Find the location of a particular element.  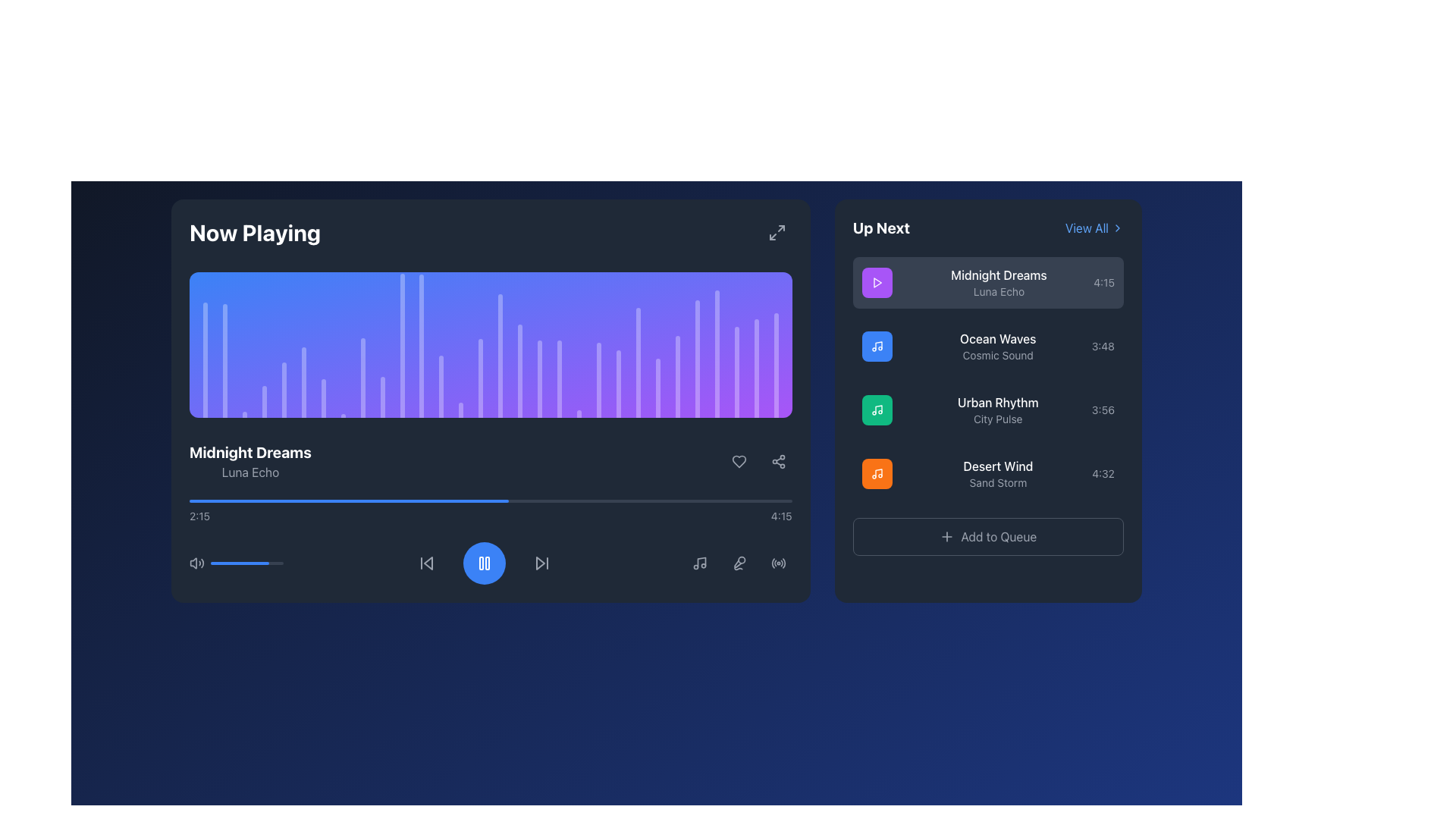

the 21st vertical bar in the waveform display, which reflects audio visualization data under the title 'Now Playing' is located at coordinates (619, 383).